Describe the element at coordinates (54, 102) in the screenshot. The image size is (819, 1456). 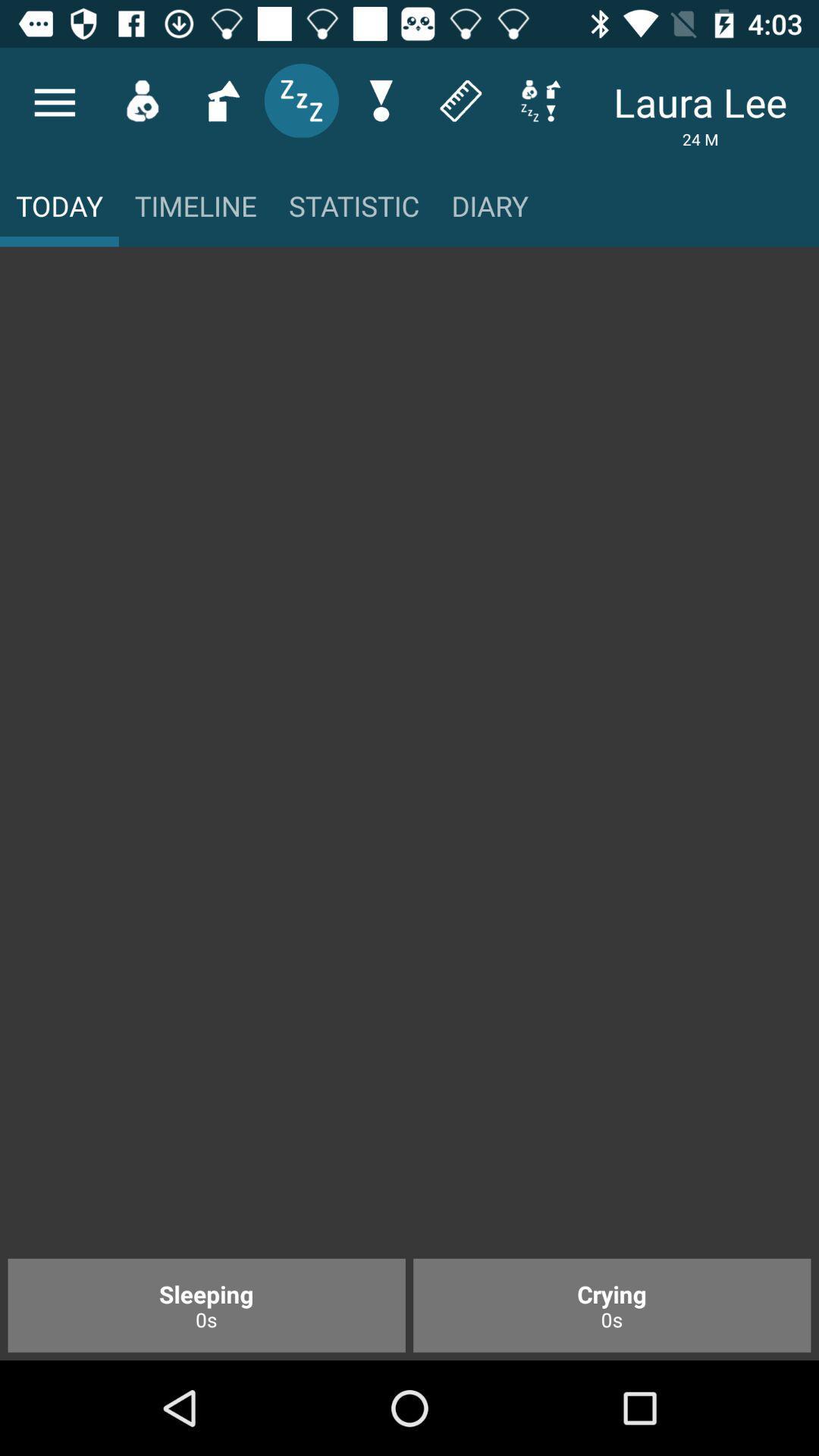
I see `the menu icon` at that location.